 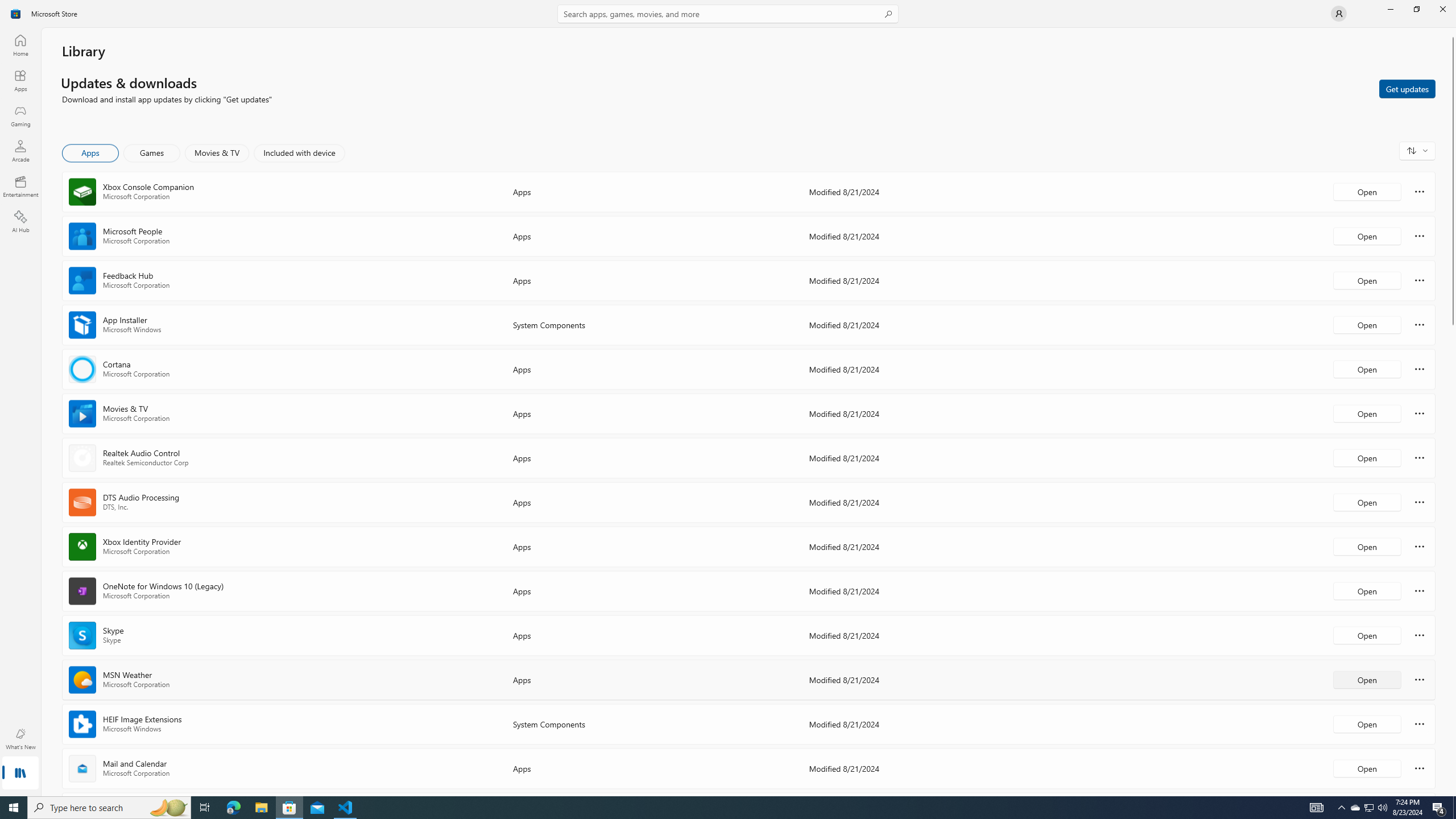 What do you see at coordinates (1416, 9) in the screenshot?
I see `'Restore Microsoft Store'` at bounding box center [1416, 9].